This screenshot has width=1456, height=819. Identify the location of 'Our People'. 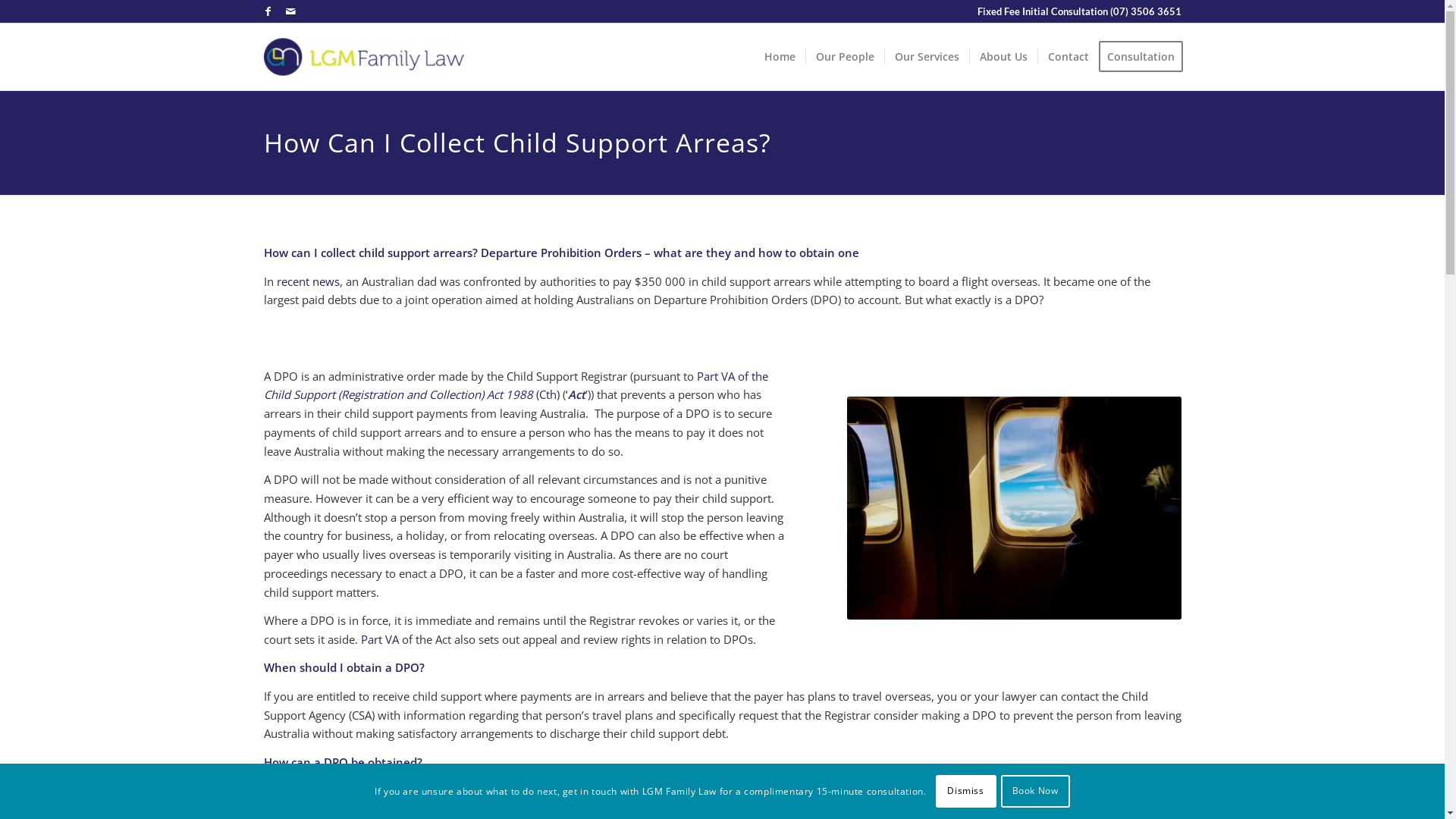
(843, 55).